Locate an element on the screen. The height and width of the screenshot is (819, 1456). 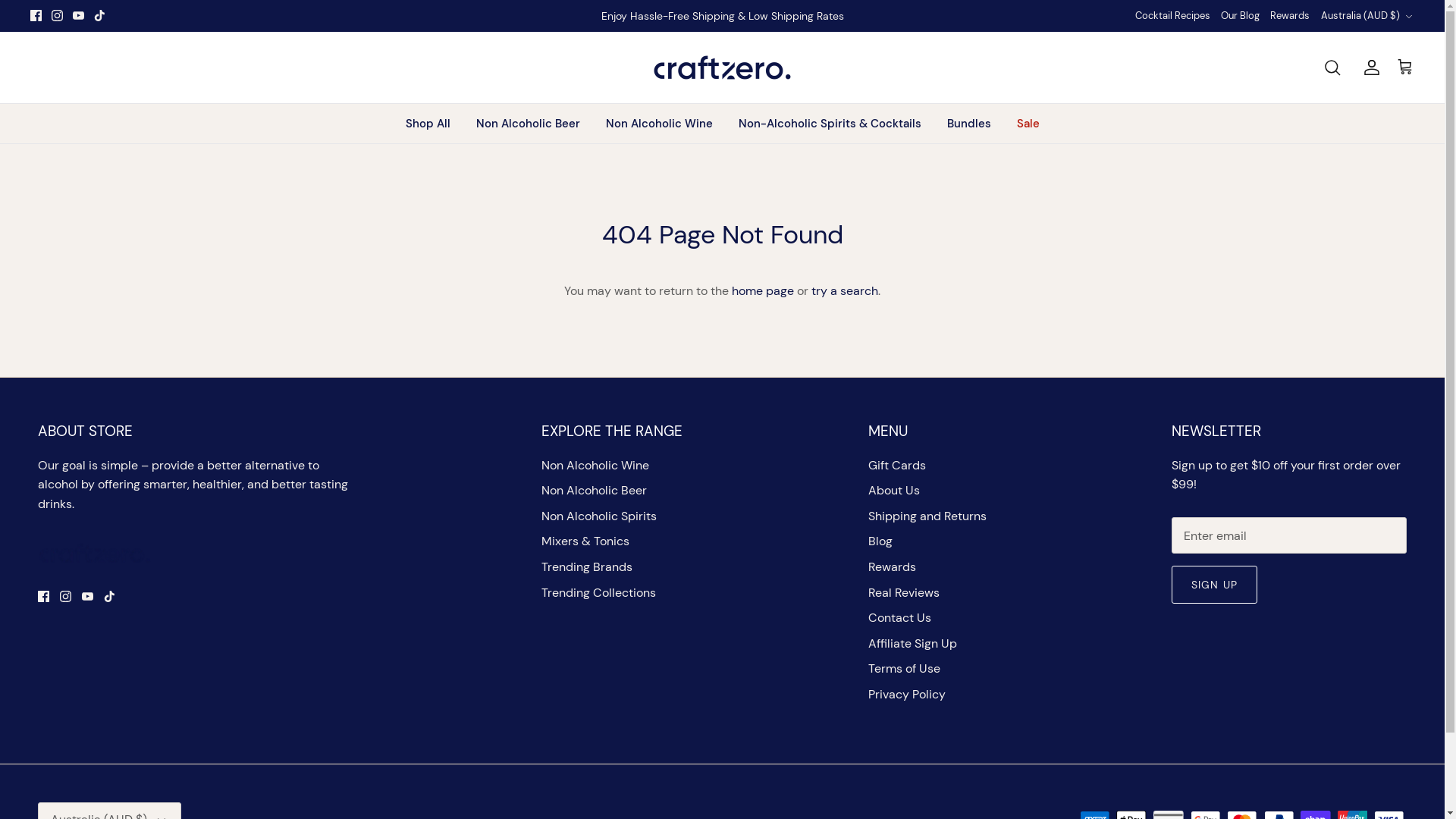
'Craftzero' is located at coordinates (721, 66).